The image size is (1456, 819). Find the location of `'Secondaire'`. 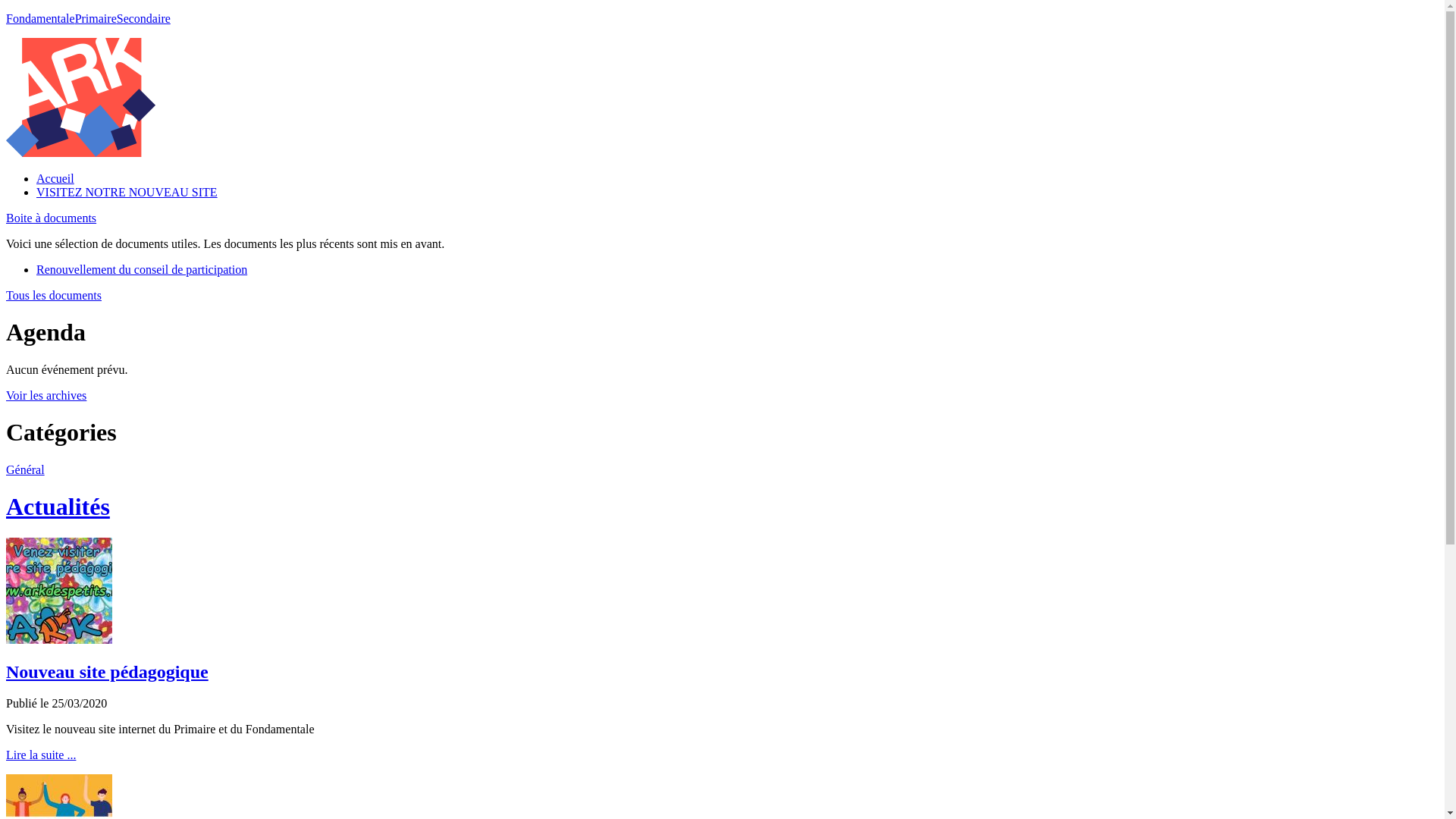

'Secondaire' is located at coordinates (143, 18).